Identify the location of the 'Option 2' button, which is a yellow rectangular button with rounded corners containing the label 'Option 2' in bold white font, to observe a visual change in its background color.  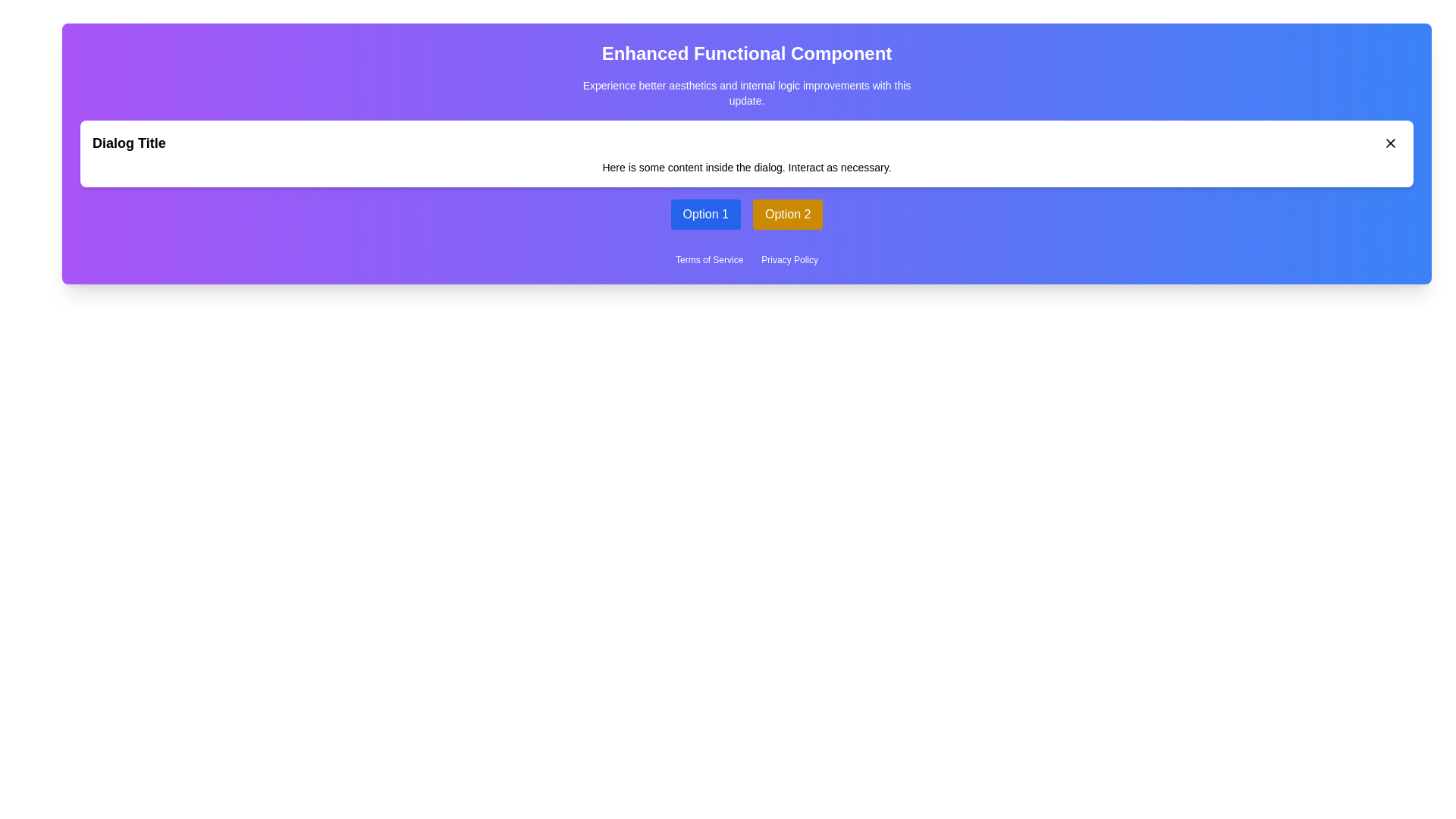
(788, 214).